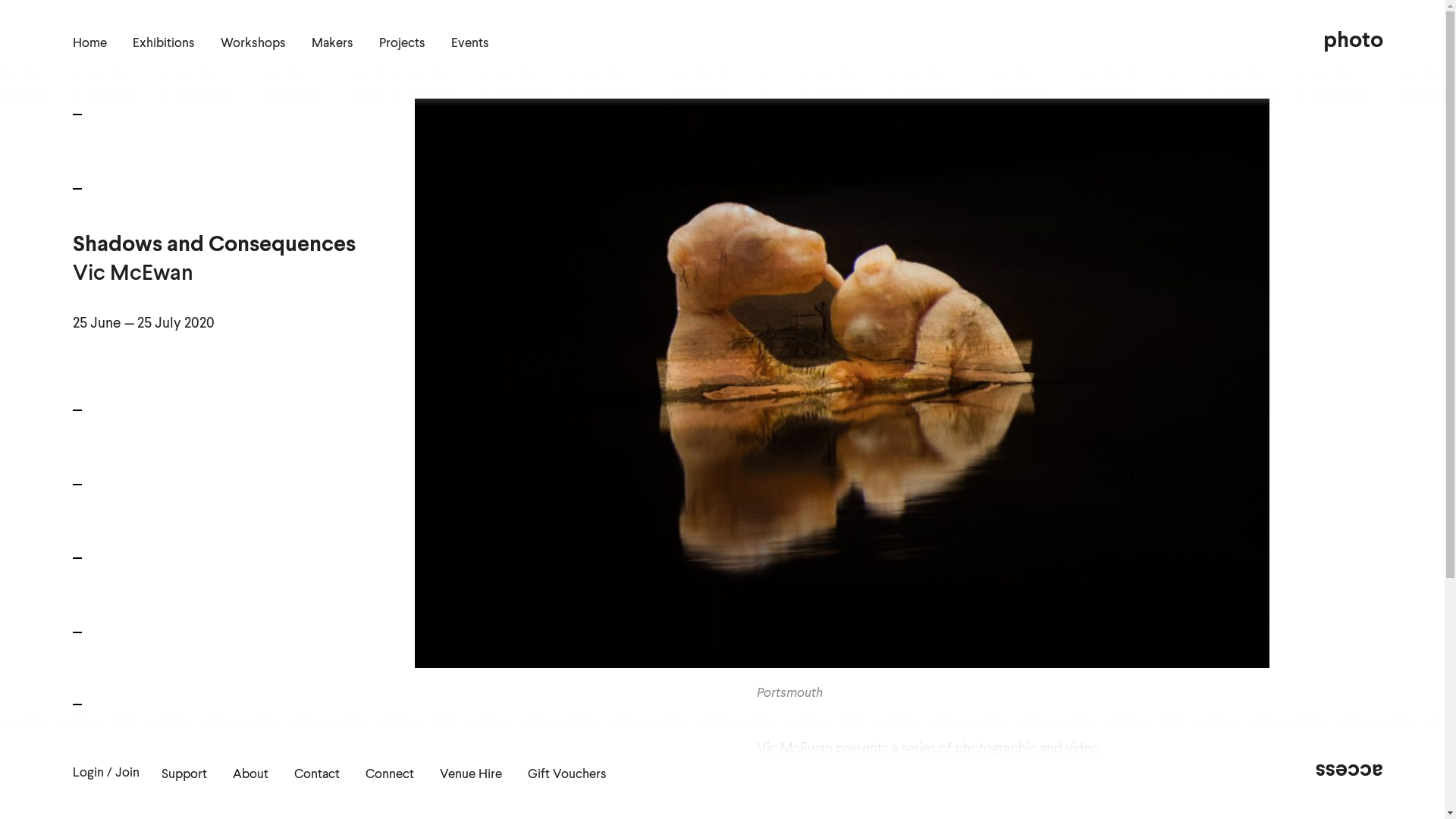 This screenshot has height=819, width=1456. Describe the element at coordinates (105, 773) in the screenshot. I see `'Login / Join'` at that location.